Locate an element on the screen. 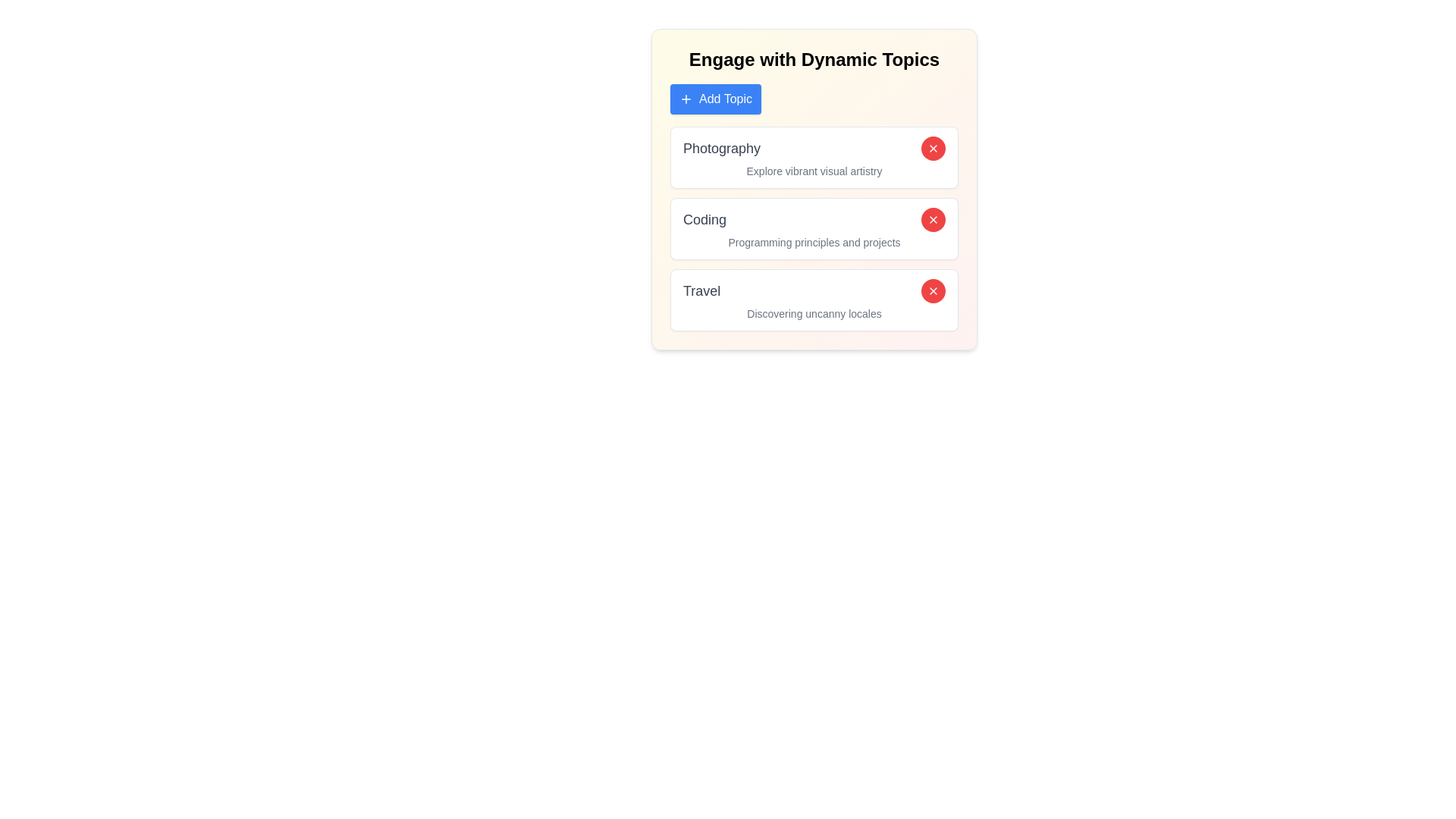  the 'Add Topic' button to add a new topic is located at coordinates (715, 99).